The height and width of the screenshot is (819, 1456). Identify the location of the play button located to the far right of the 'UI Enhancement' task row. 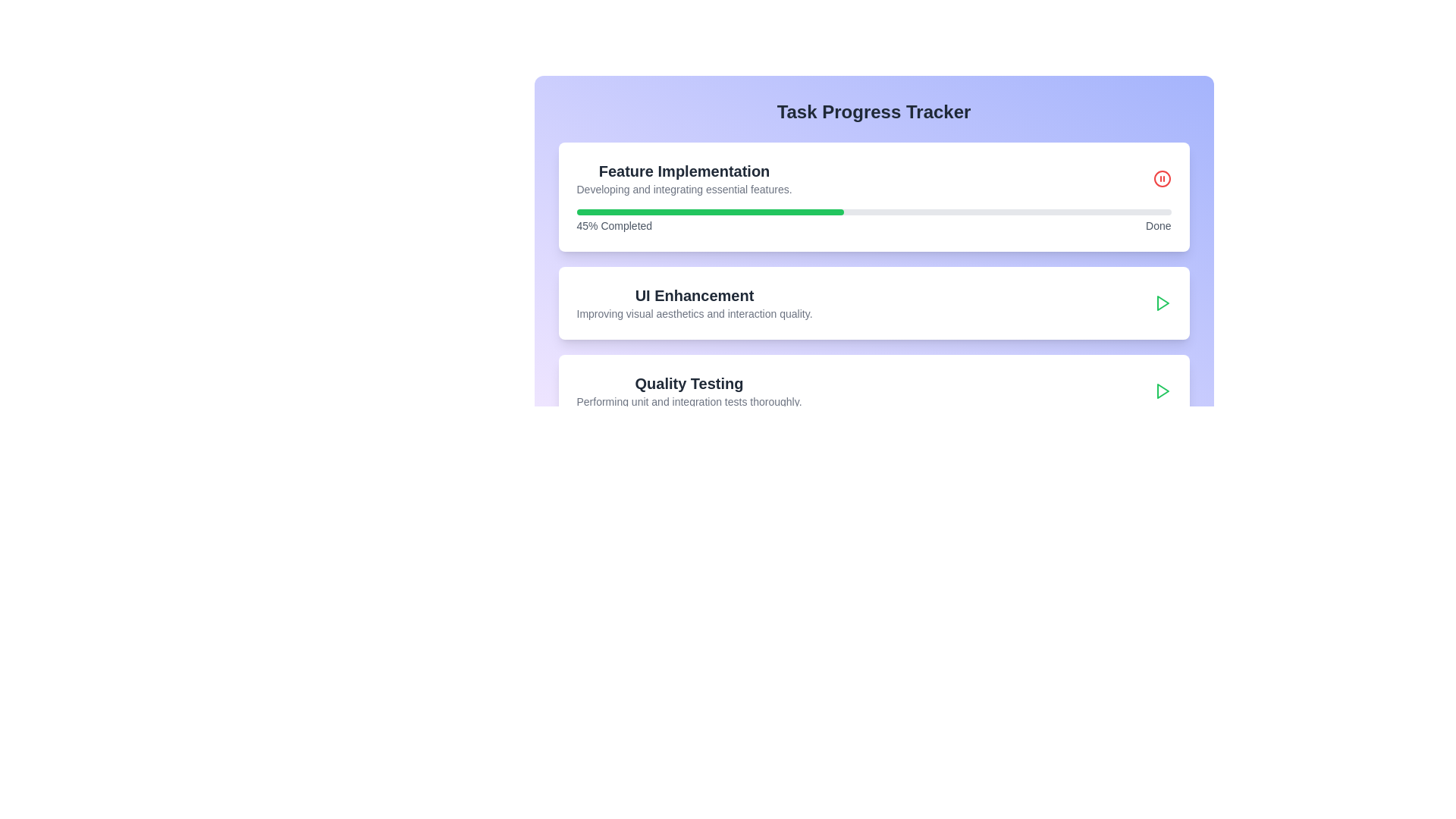
(1161, 303).